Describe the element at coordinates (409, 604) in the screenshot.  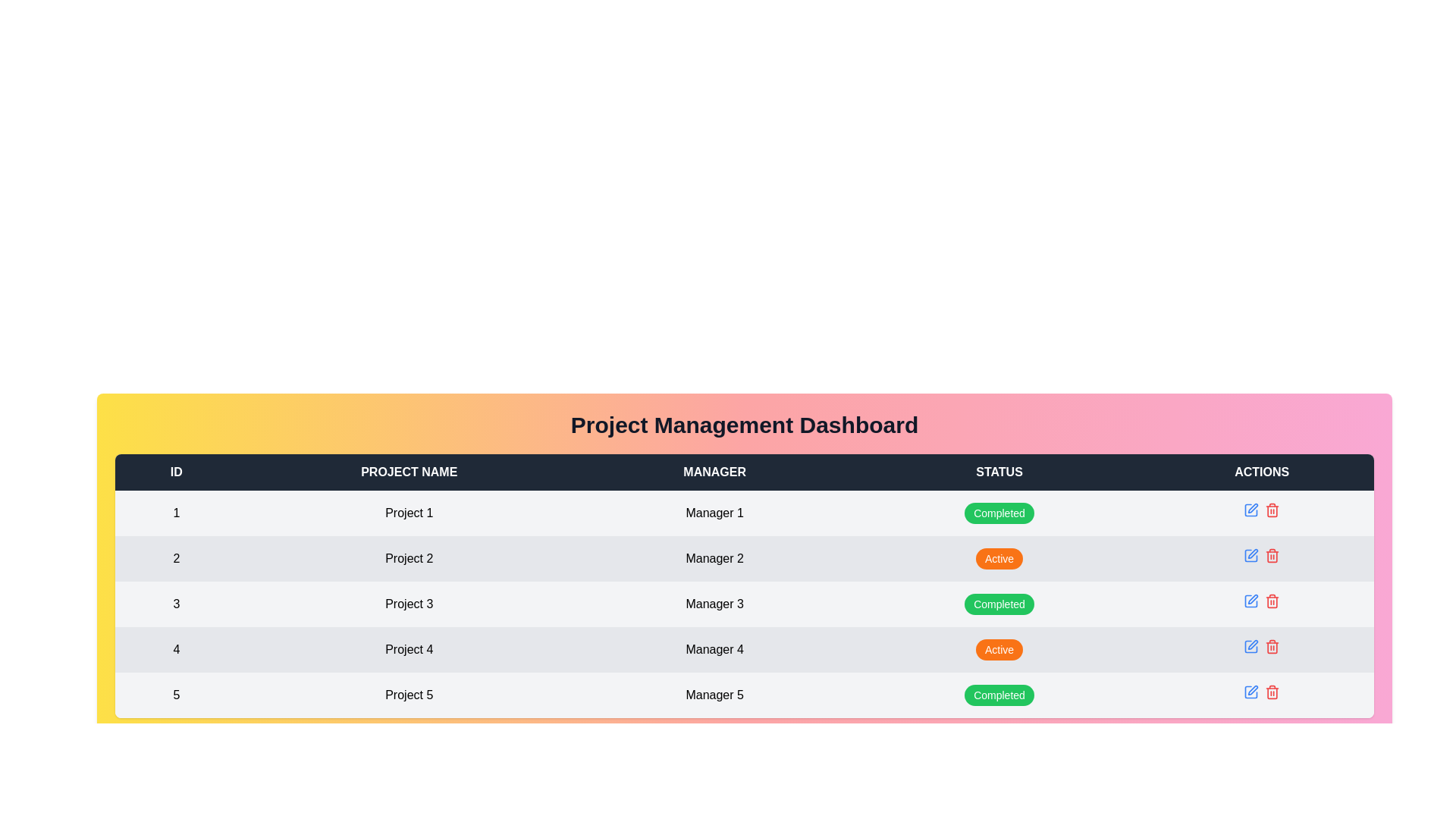
I see `the text label that displays the project name, located in the second cell of the third row in the 'Project Name' column of the table` at that location.